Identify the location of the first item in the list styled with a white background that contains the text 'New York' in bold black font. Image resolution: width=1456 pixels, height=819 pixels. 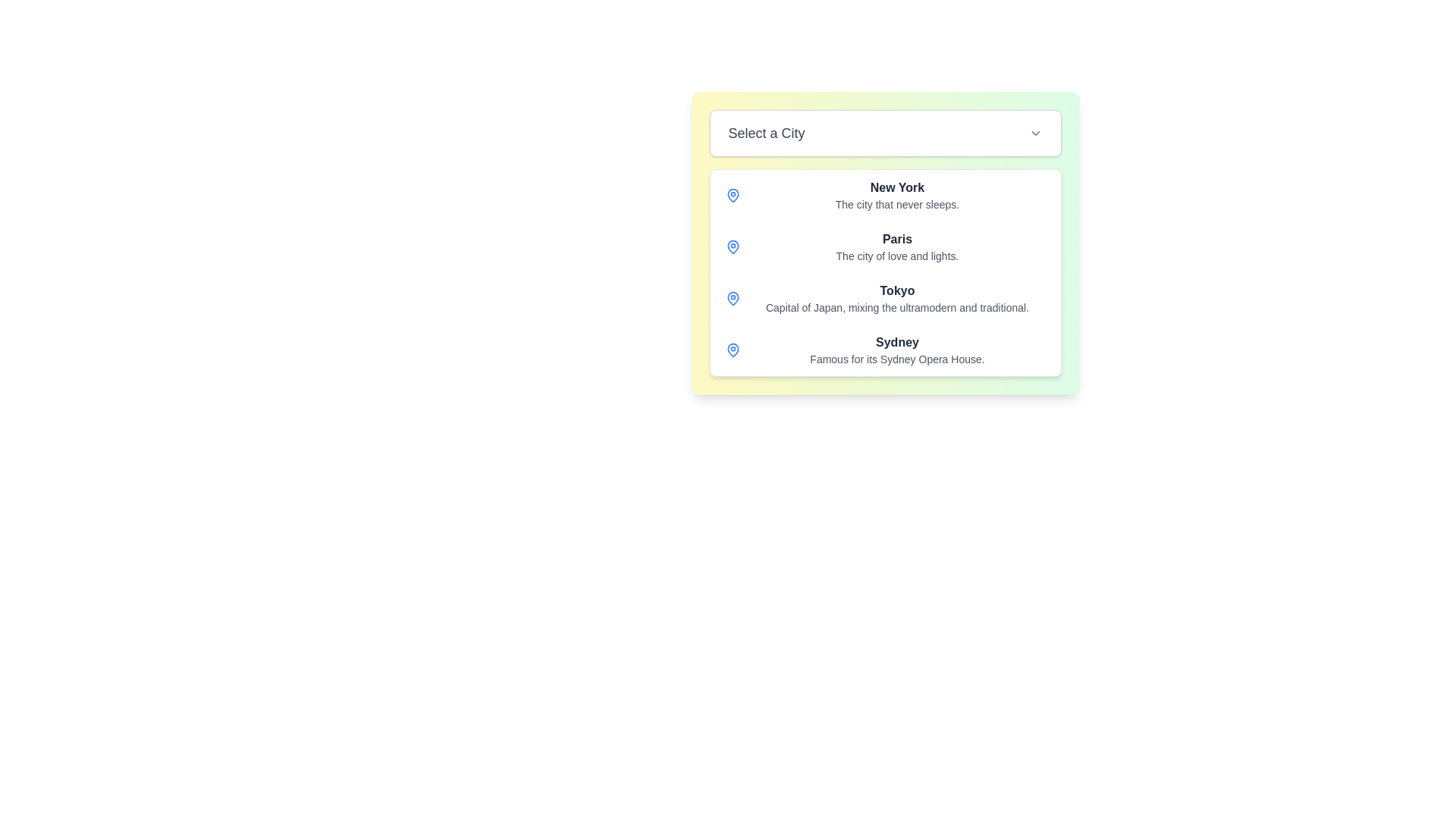
(885, 195).